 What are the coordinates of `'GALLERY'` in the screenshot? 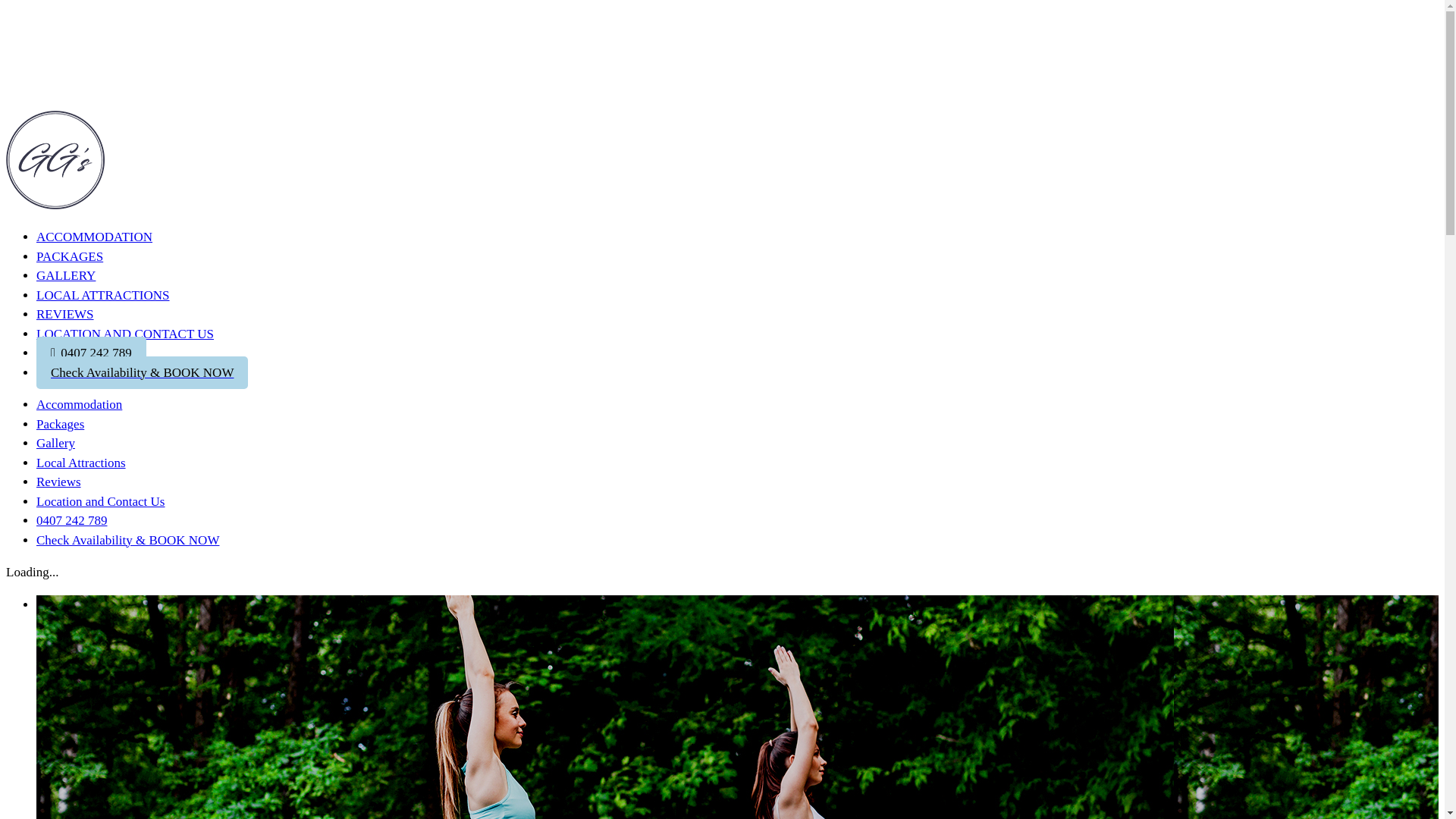 It's located at (64, 275).